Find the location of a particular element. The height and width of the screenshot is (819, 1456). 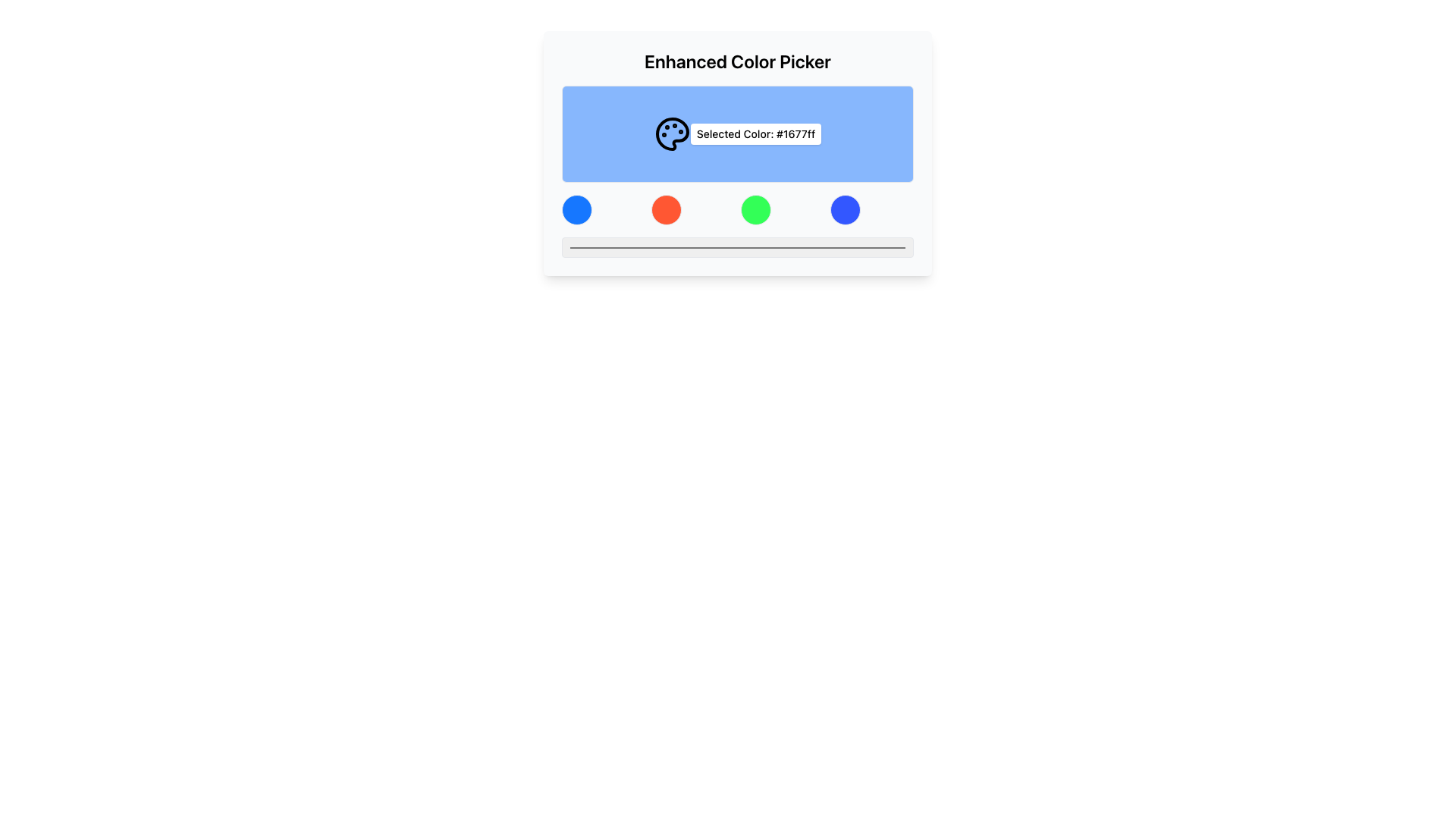

the palette icon located to the left of the 'Selected Color: #1677ff' text, which is styled with a black outline and smaller filled circles representing paint spots is located at coordinates (671, 133).